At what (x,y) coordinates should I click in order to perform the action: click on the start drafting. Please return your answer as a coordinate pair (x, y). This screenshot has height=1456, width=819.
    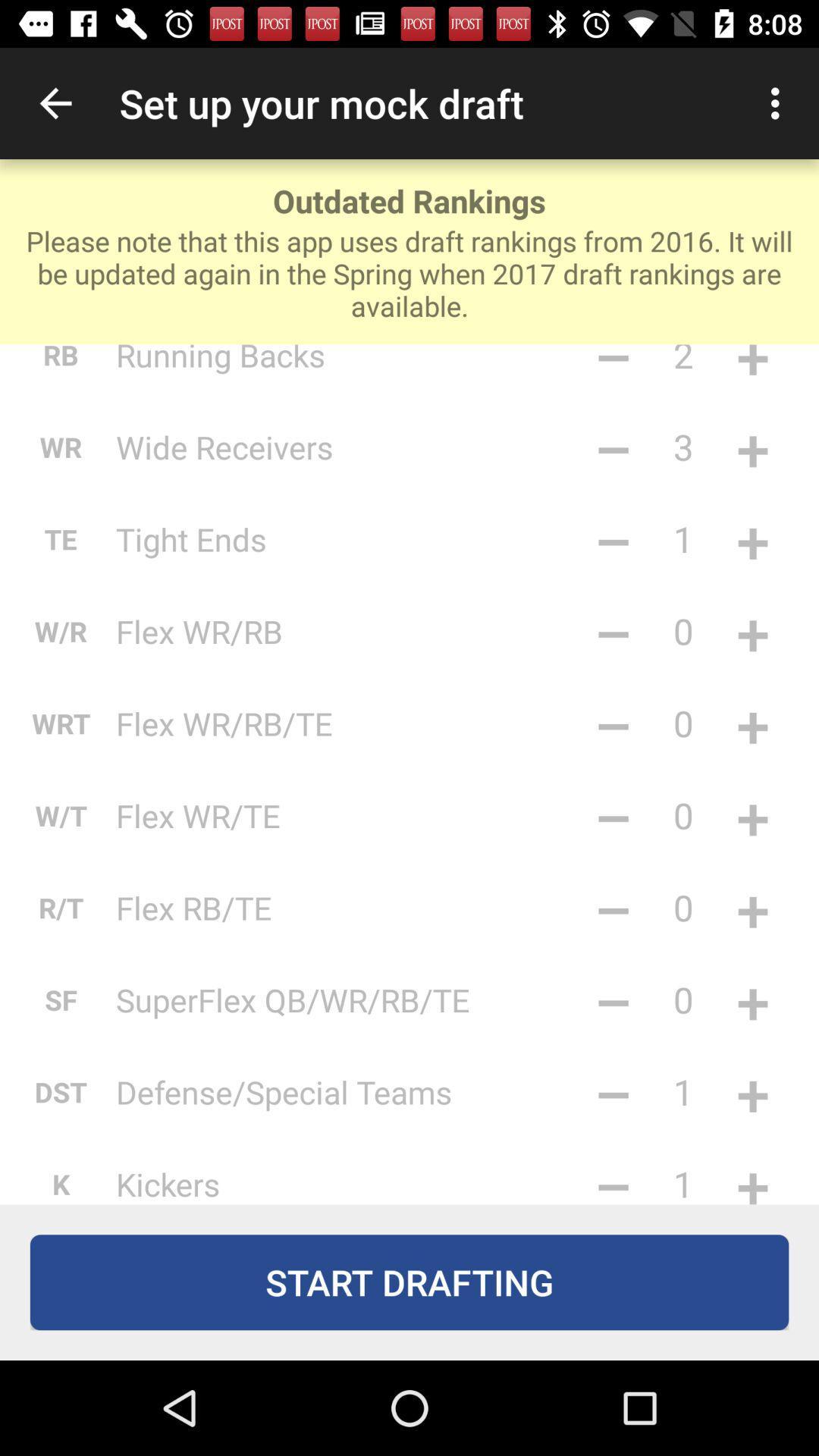
    Looking at the image, I should click on (409, 1282).